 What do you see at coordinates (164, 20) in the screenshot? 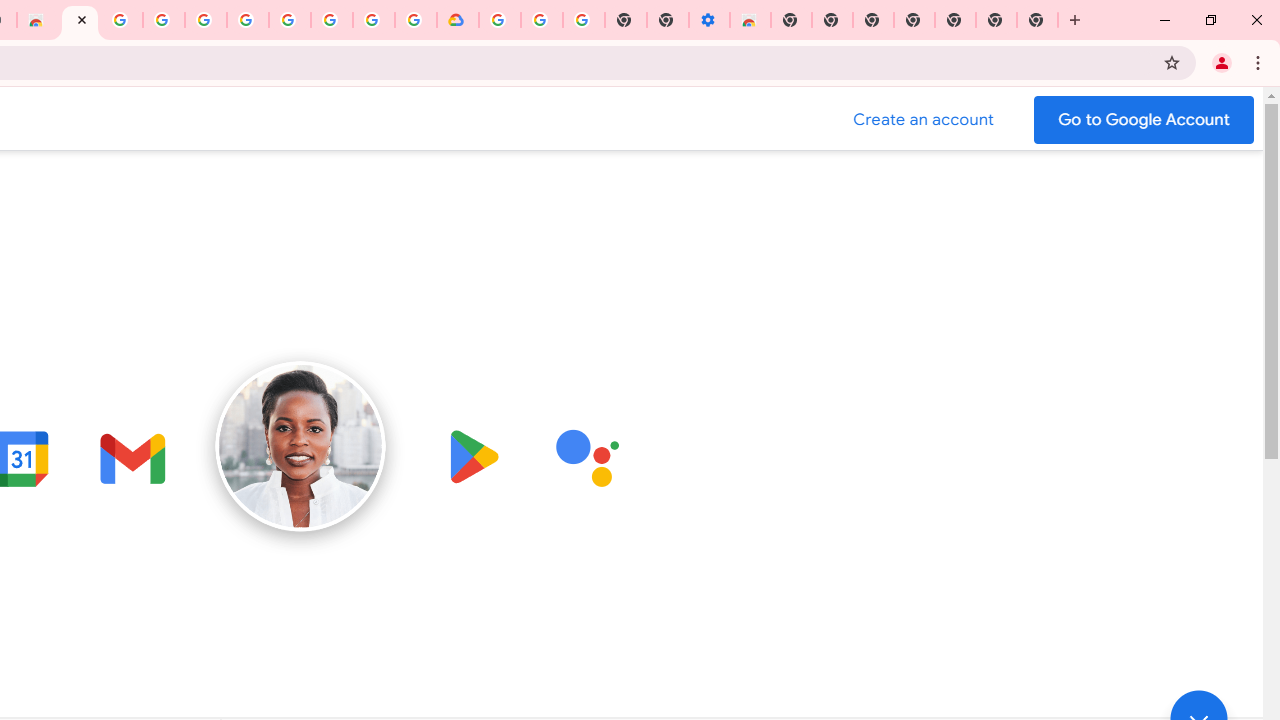
I see `'Ad Settings'` at bounding box center [164, 20].